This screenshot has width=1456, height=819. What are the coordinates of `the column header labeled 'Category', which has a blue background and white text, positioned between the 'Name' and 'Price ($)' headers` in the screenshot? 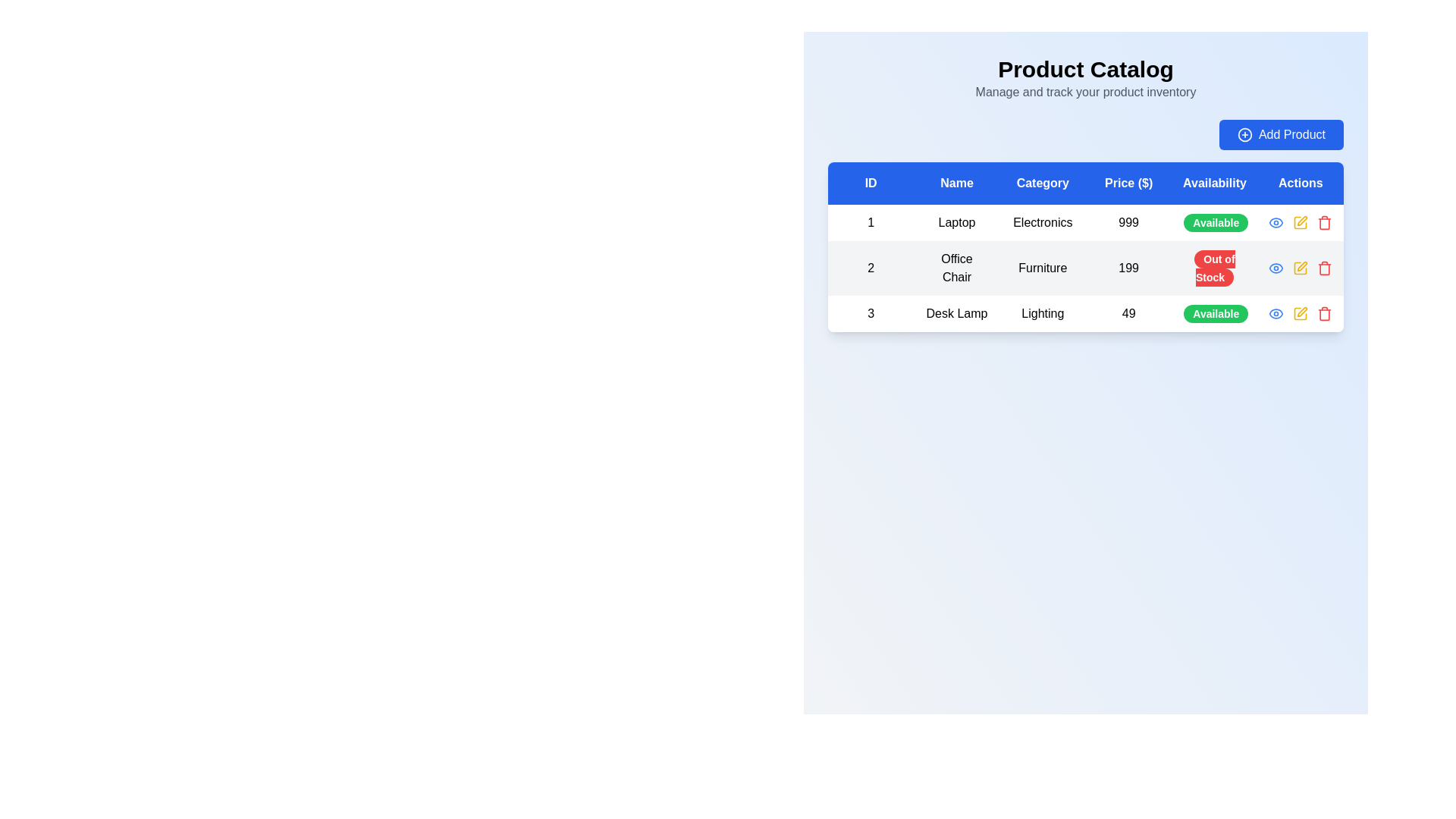 It's located at (1042, 183).